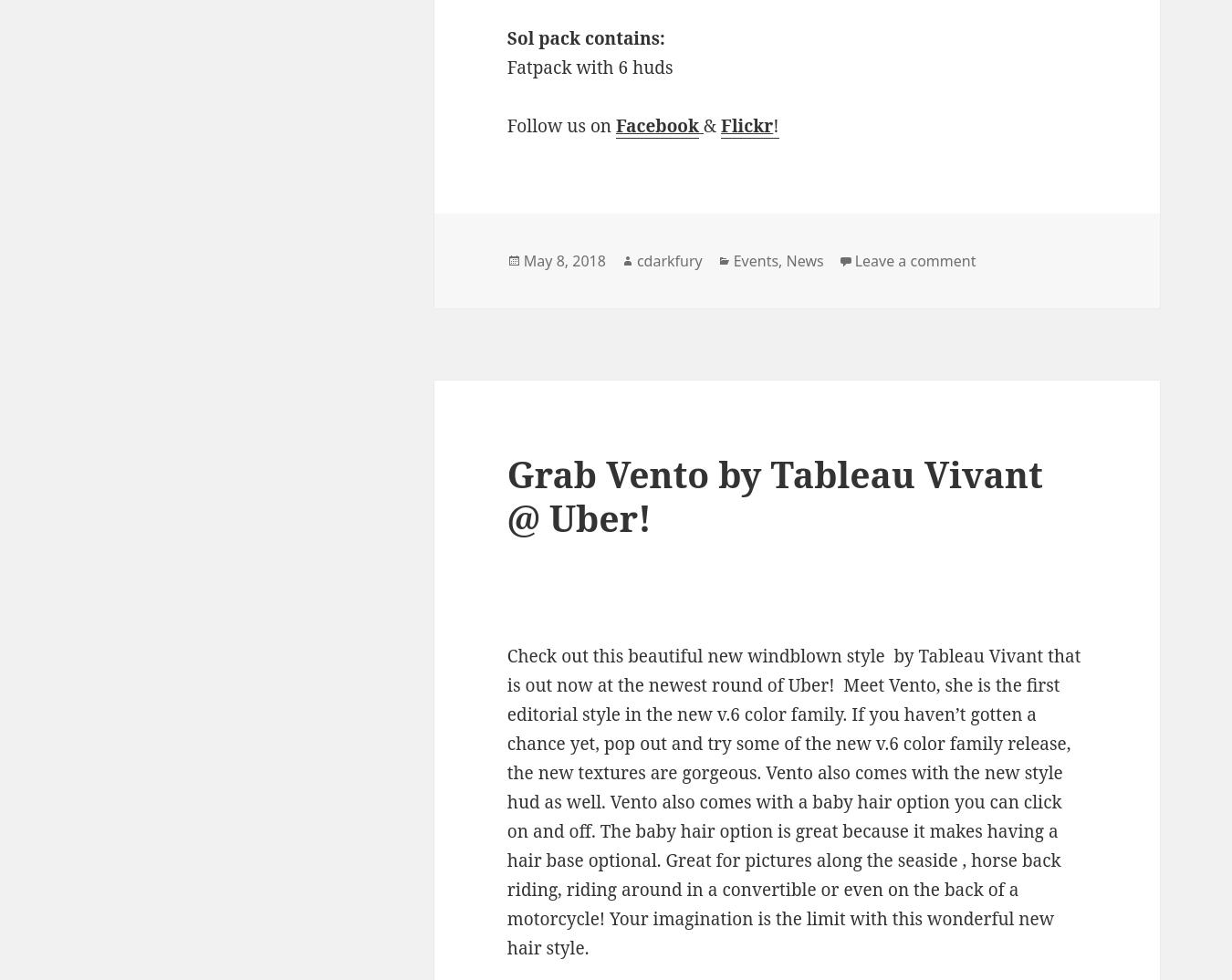 Image resolution: width=1232 pixels, height=980 pixels. I want to click on '&', so click(711, 124).